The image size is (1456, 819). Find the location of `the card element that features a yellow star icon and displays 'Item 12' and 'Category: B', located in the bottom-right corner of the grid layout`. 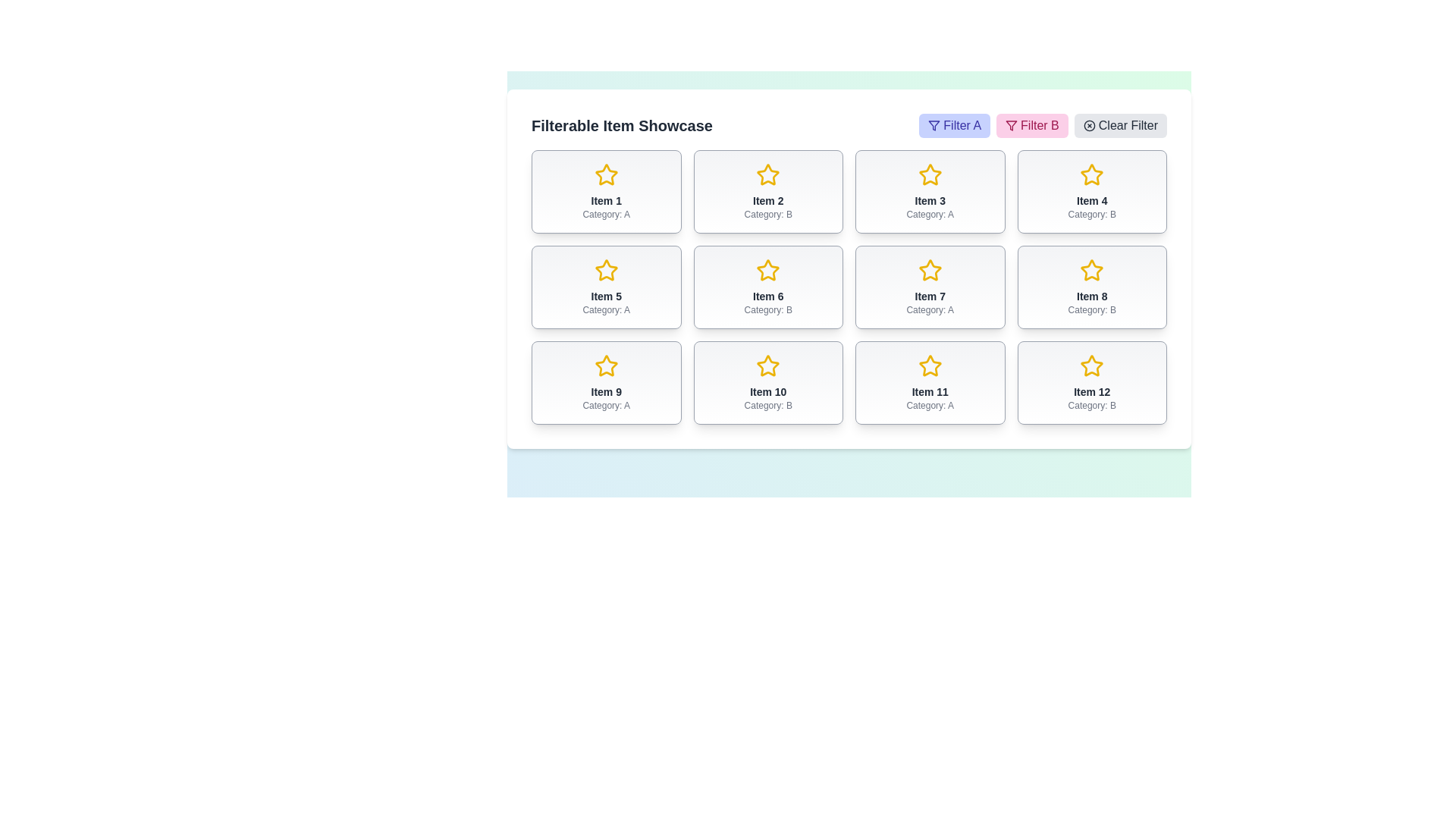

the card element that features a yellow star icon and displays 'Item 12' and 'Category: B', located in the bottom-right corner of the grid layout is located at coordinates (1092, 382).